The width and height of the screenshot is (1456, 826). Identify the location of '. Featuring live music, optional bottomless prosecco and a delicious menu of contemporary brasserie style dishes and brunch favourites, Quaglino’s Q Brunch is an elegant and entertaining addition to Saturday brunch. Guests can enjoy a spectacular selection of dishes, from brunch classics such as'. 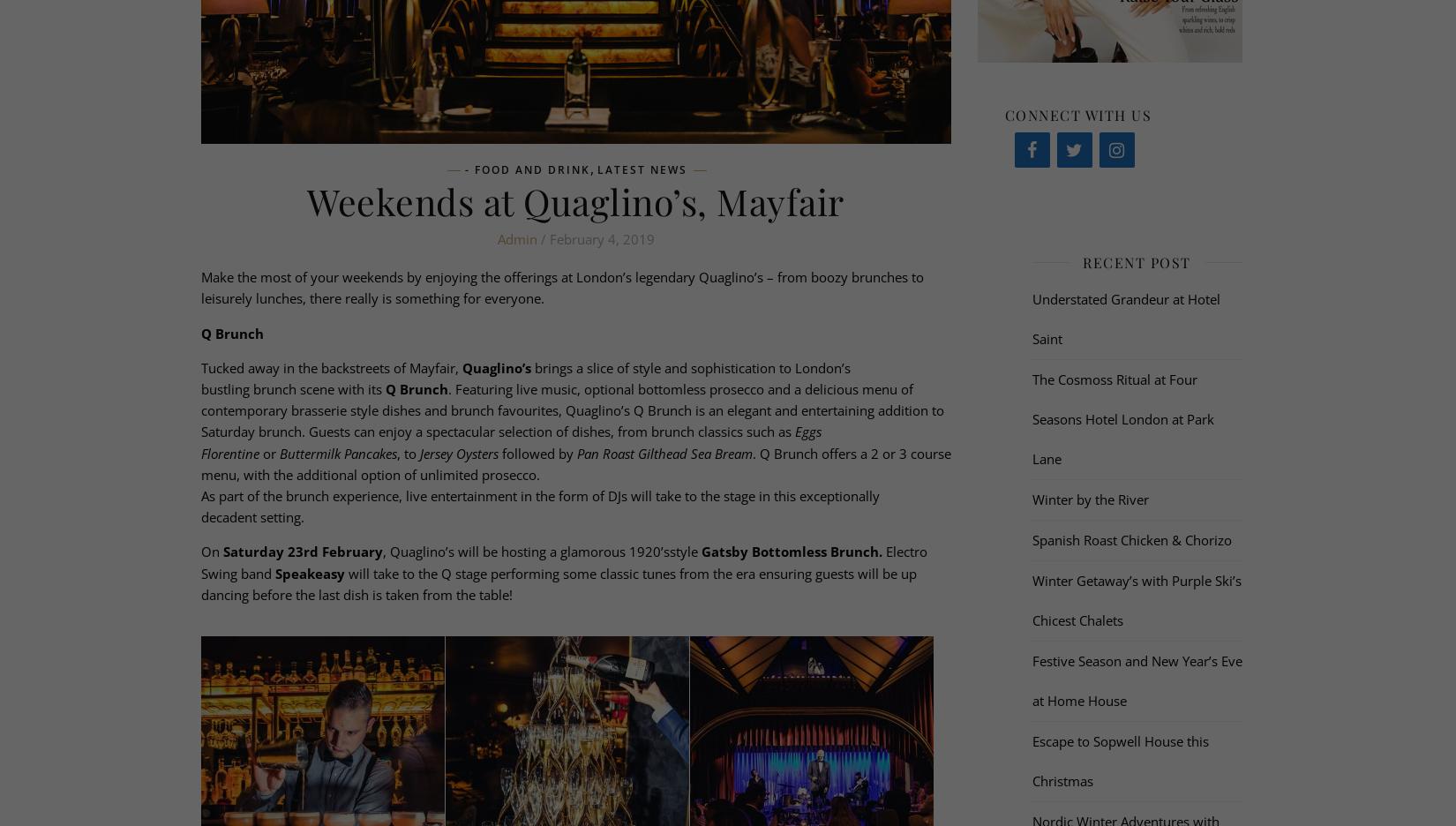
(570, 410).